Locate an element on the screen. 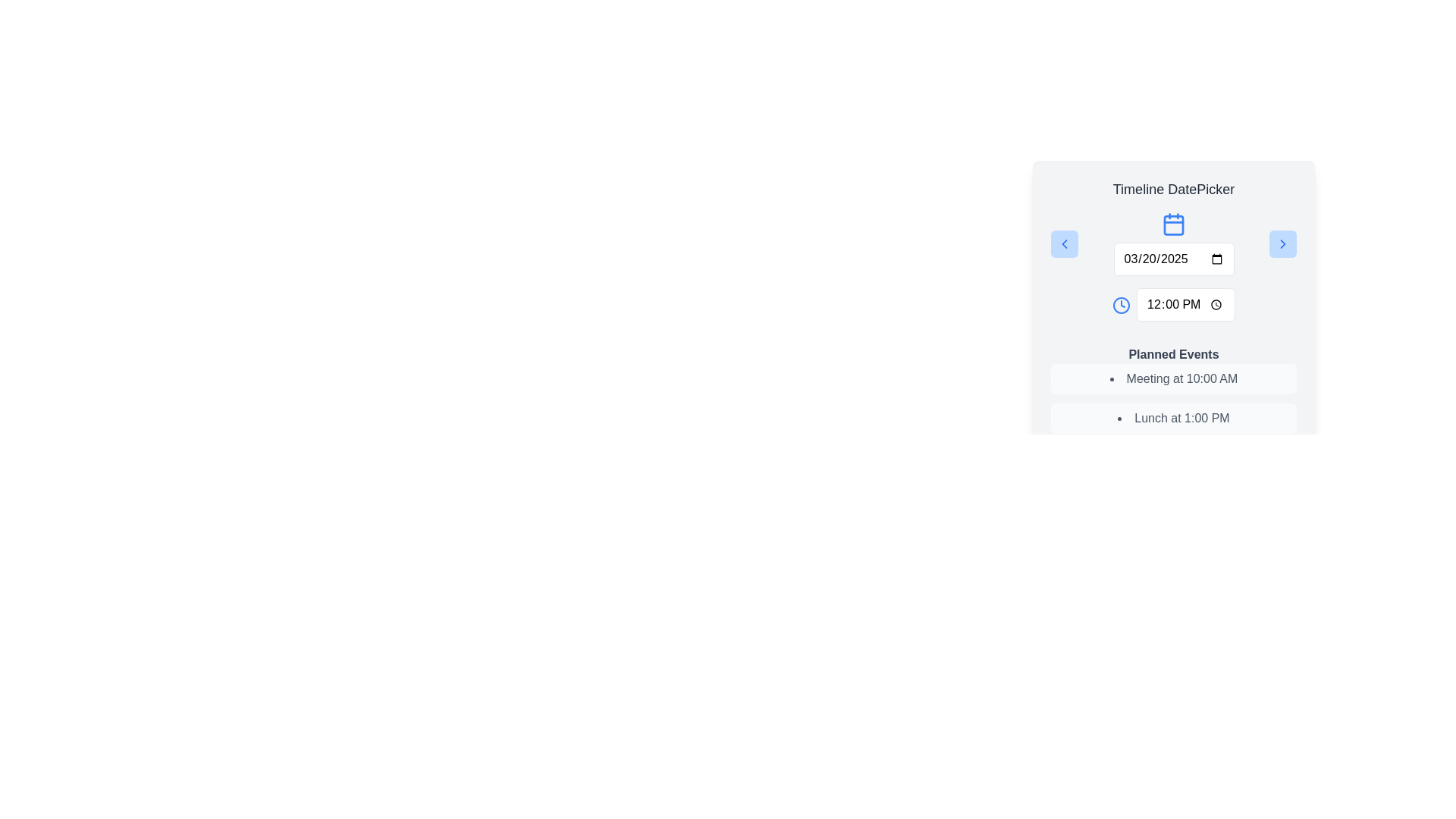  the Date input field located below the 'Timeline DatePicker' header is located at coordinates (1173, 243).